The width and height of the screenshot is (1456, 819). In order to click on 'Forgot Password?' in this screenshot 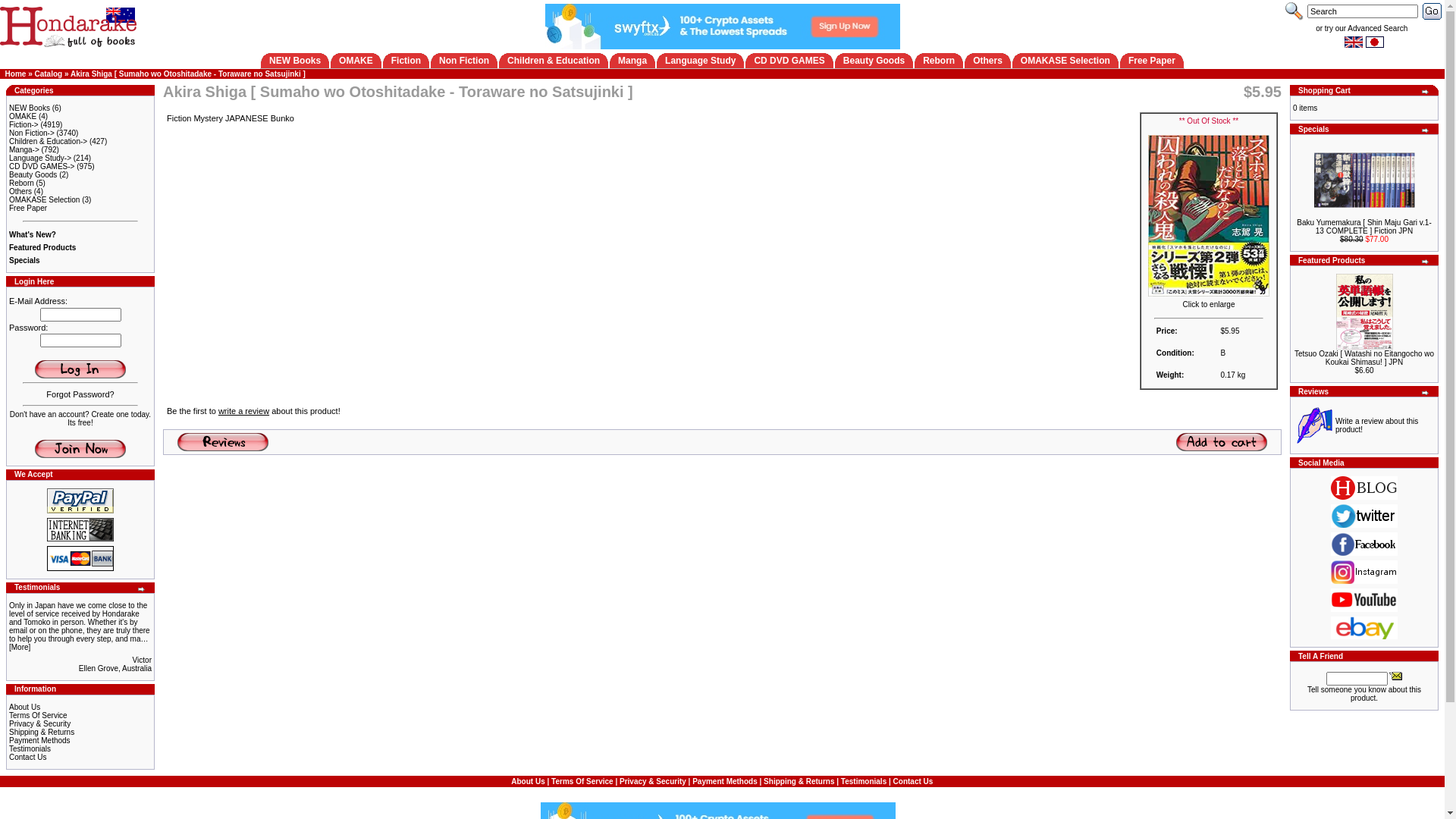, I will do `click(79, 394)`.